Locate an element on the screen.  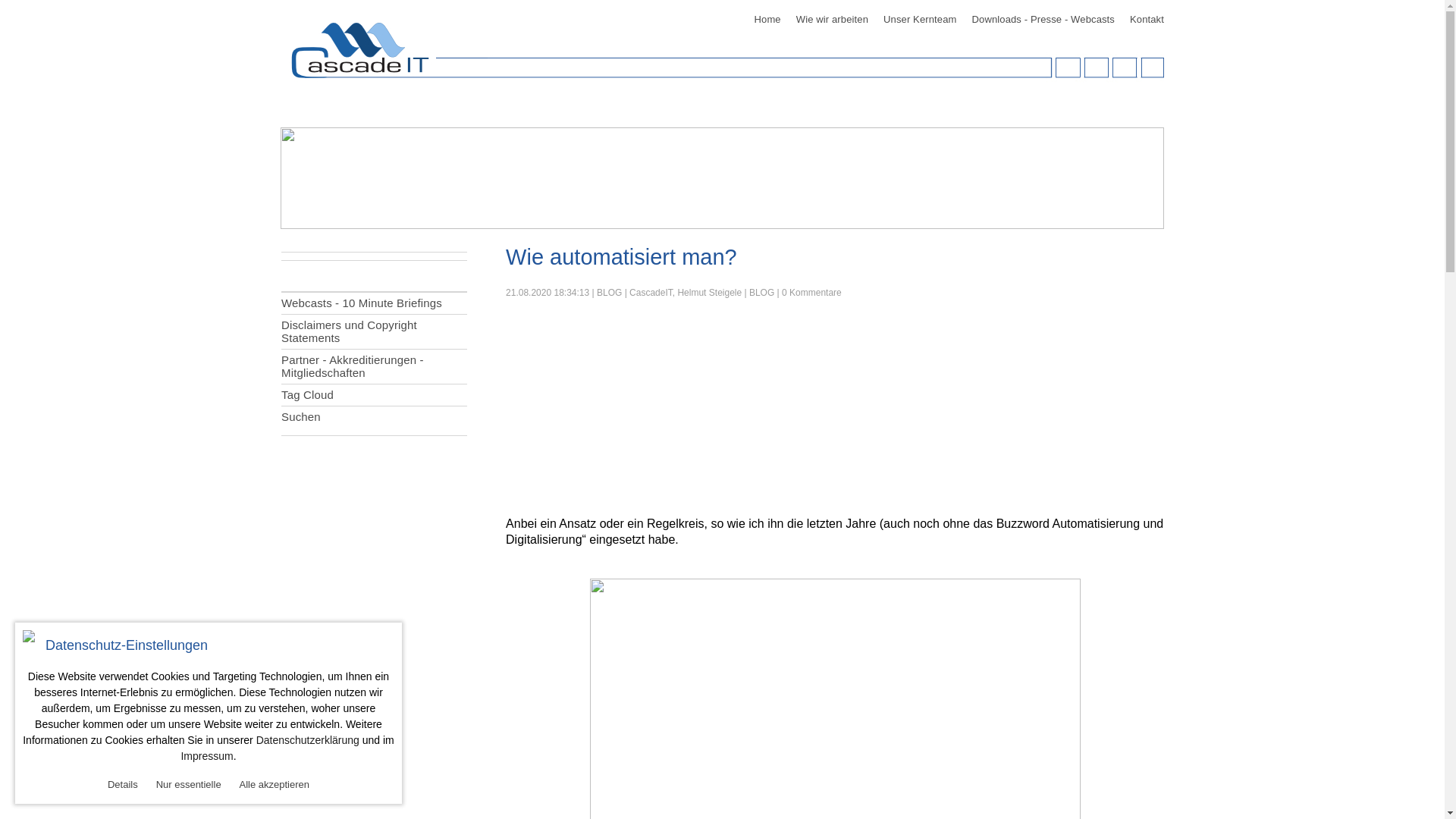
'Suchen' is located at coordinates (374, 416).